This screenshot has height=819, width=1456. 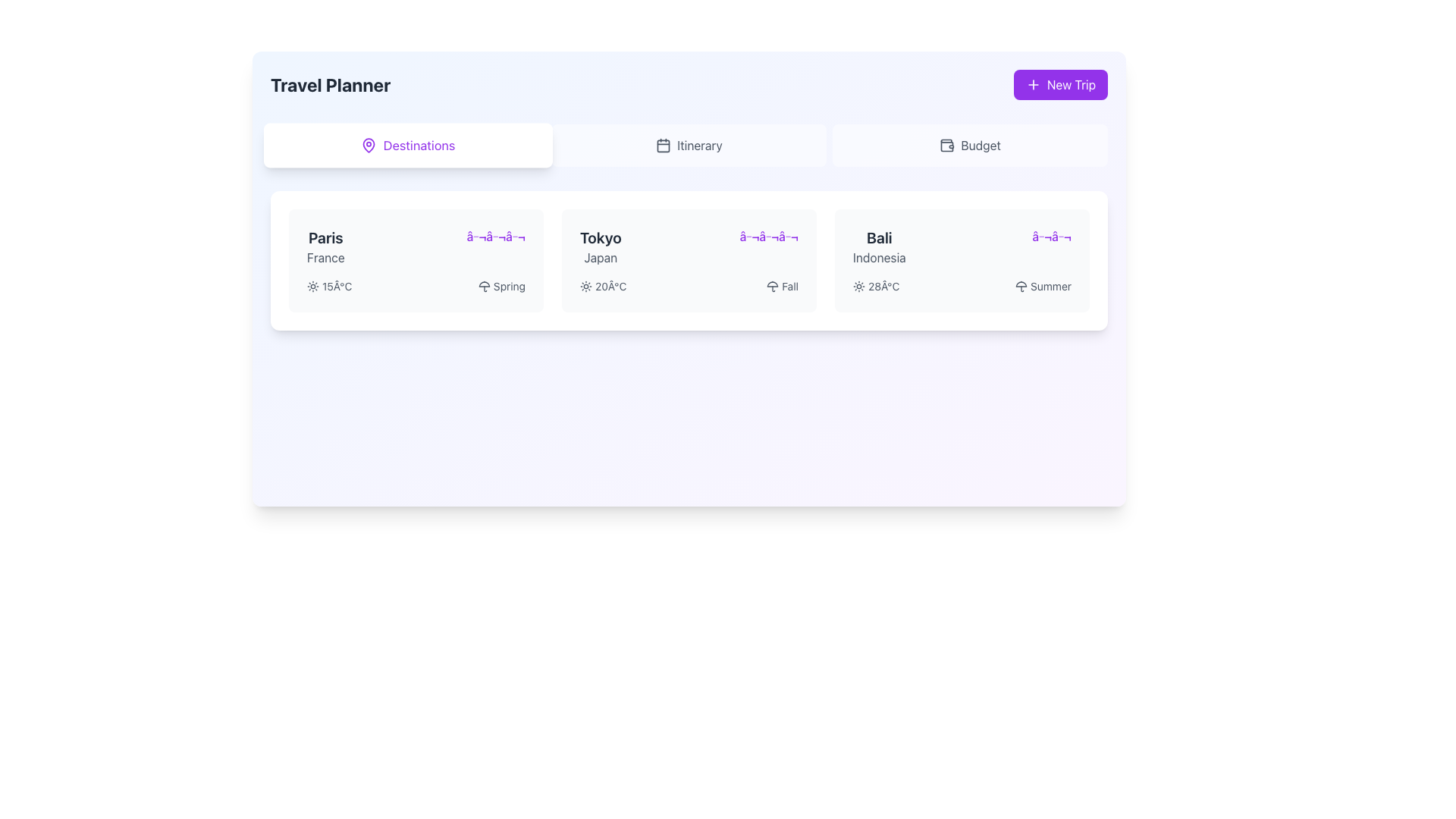 What do you see at coordinates (1070, 84) in the screenshot?
I see `the 'New Trip' text label, which is styled in bold purple font and located within a button at the top-right corner of the interface` at bounding box center [1070, 84].